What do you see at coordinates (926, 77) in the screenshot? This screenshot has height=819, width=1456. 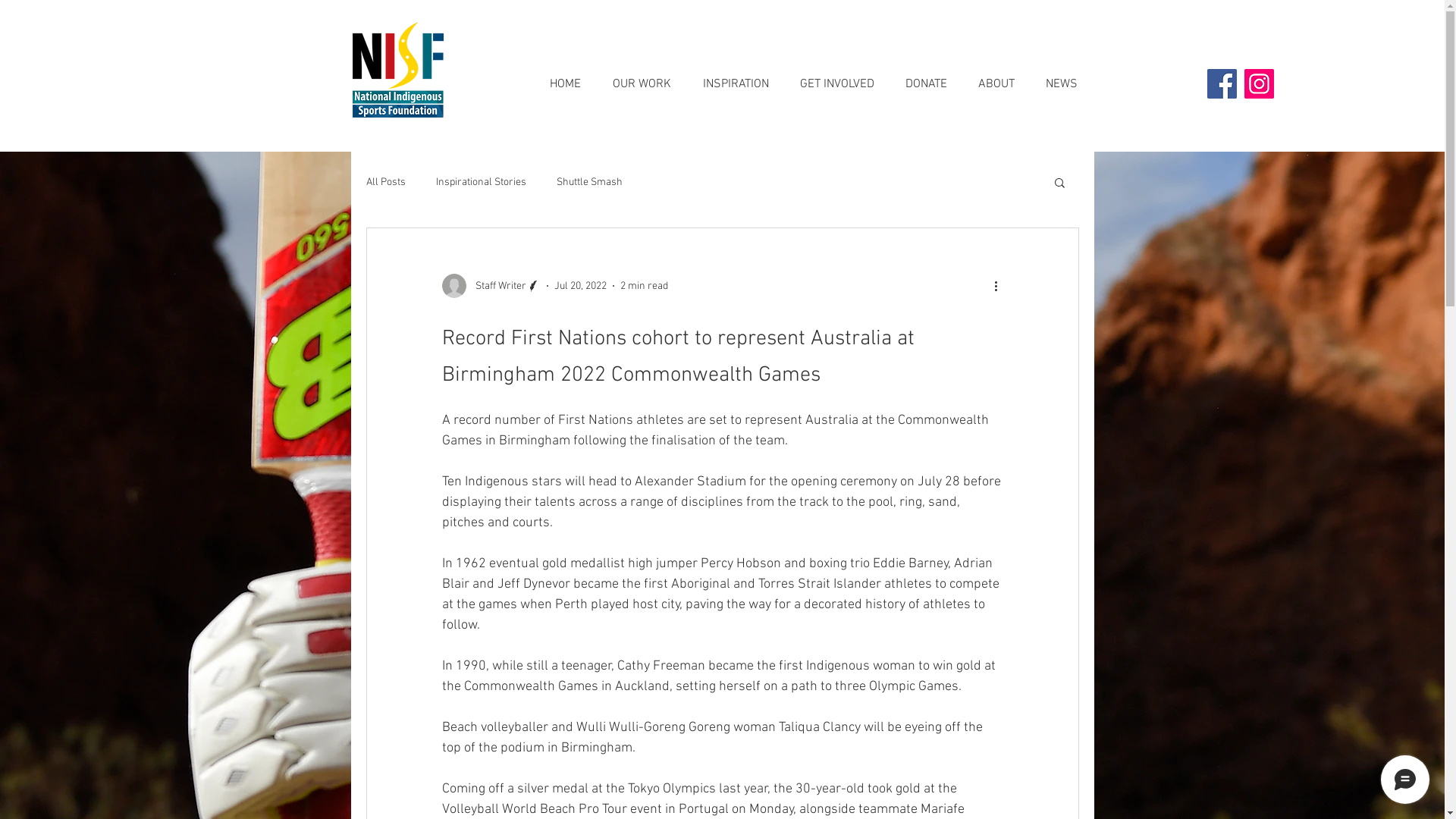 I see `'DONATE'` at bounding box center [926, 77].